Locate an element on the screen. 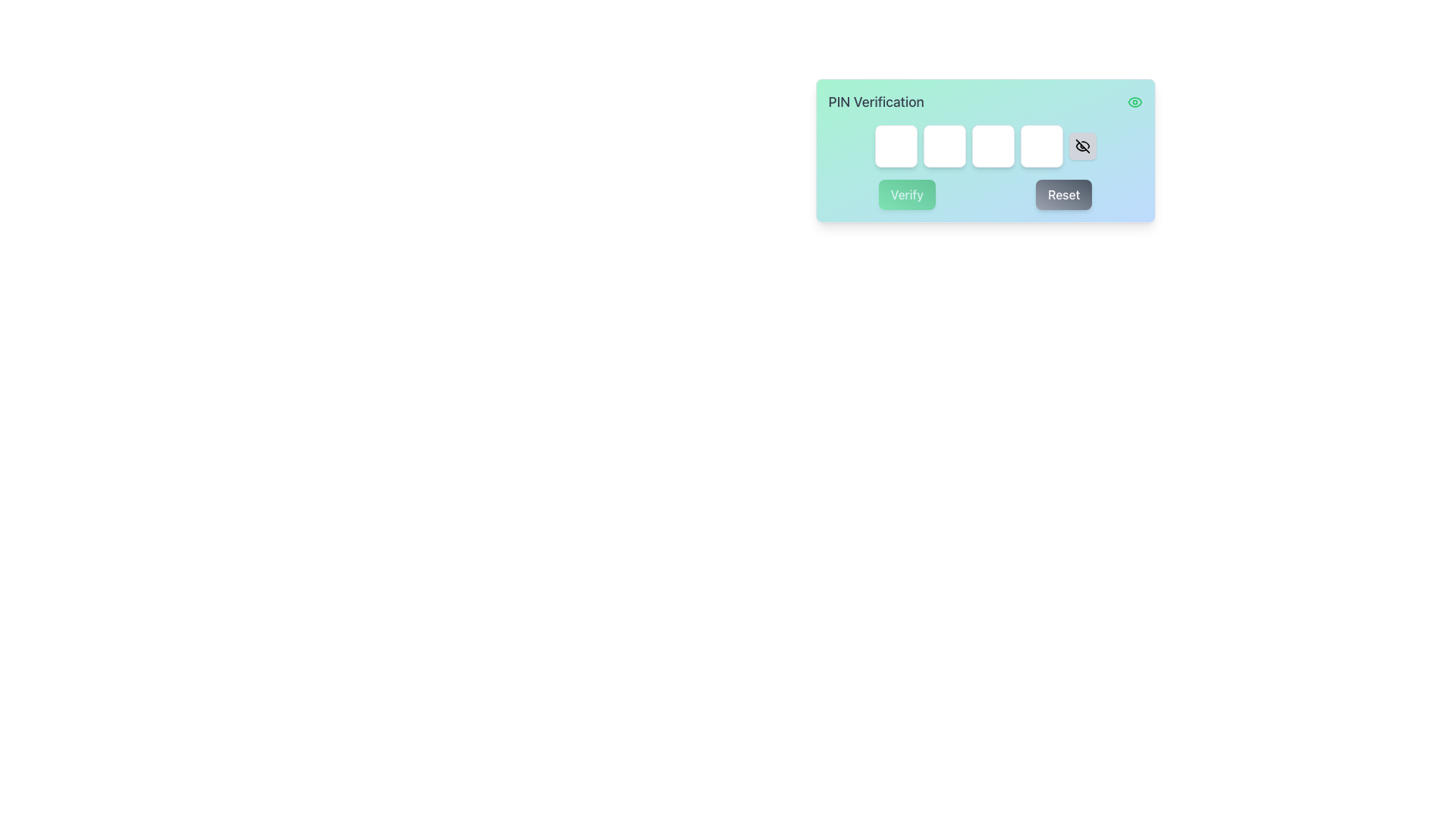  the 'Verify' button, which is a rectangular button with a gradient background from green to teal, white bold text, and rounded corners, located towards the bottom-left of the button group below the PIN input boxes is located at coordinates (907, 194).